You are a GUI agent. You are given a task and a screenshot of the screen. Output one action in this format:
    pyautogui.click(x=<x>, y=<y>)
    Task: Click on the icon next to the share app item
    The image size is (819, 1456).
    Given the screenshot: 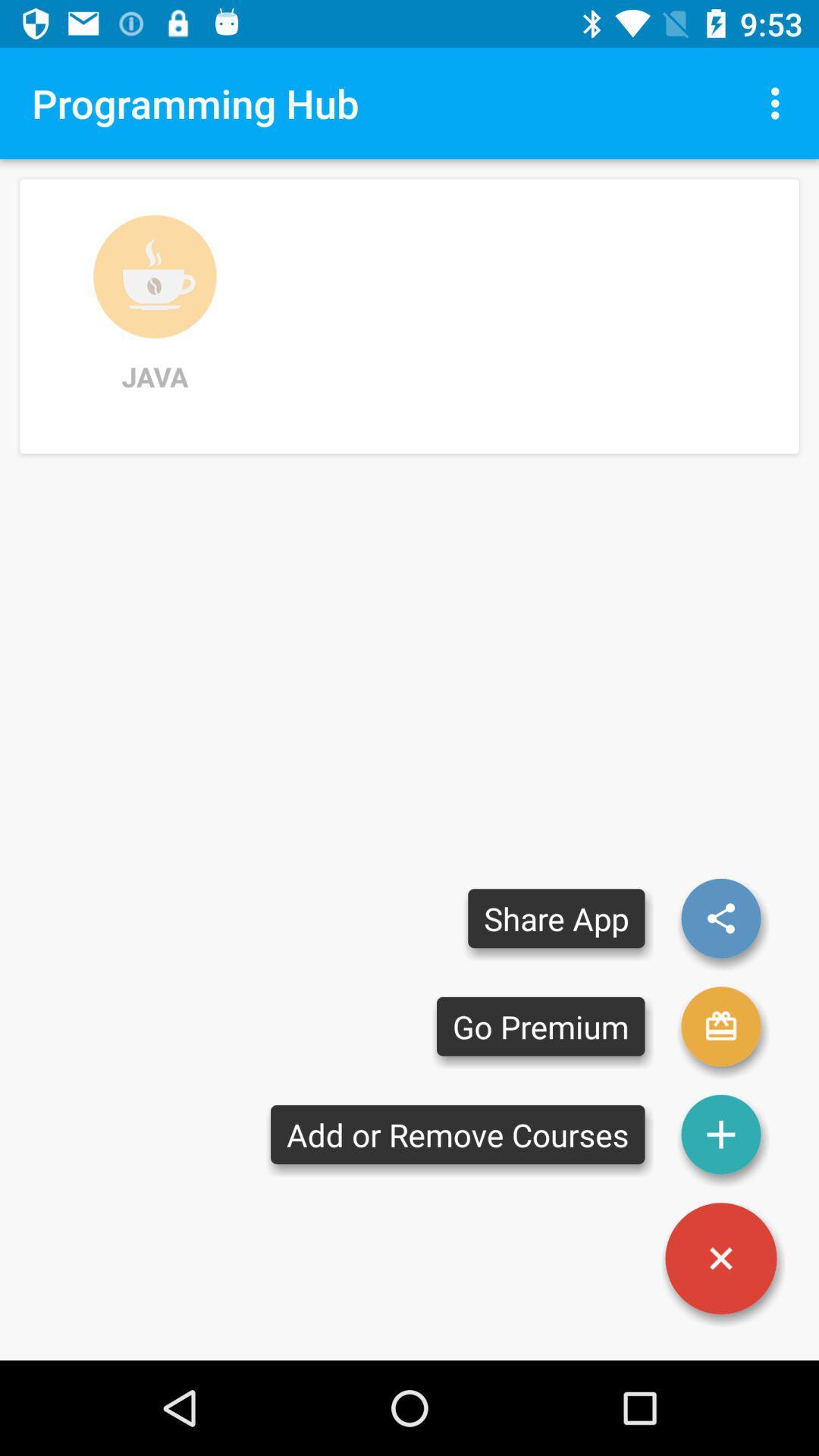 What is the action you would take?
    pyautogui.click(x=720, y=1026)
    